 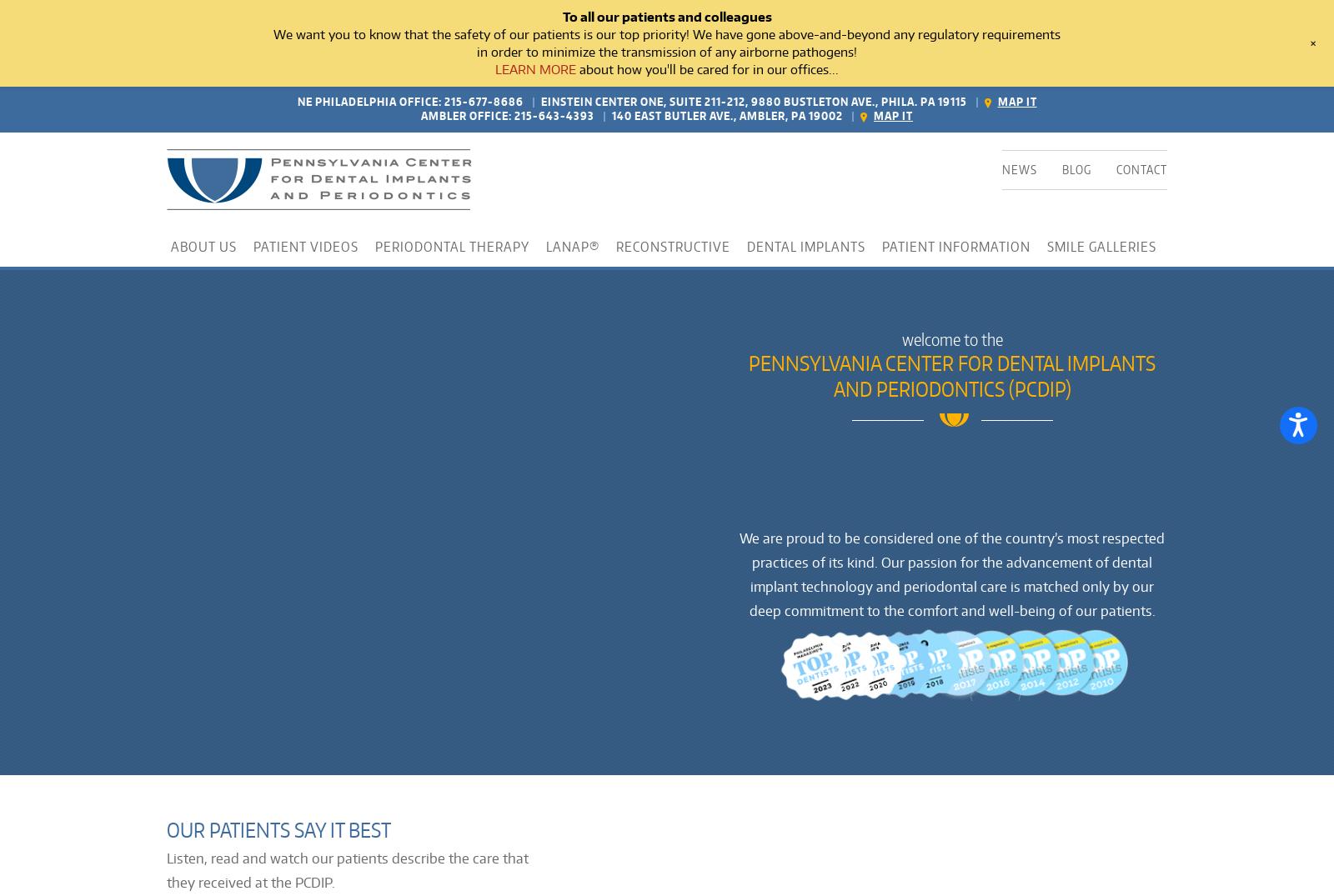 I want to click on 'about how you'll be cared for in our offices...', so click(x=706, y=69).